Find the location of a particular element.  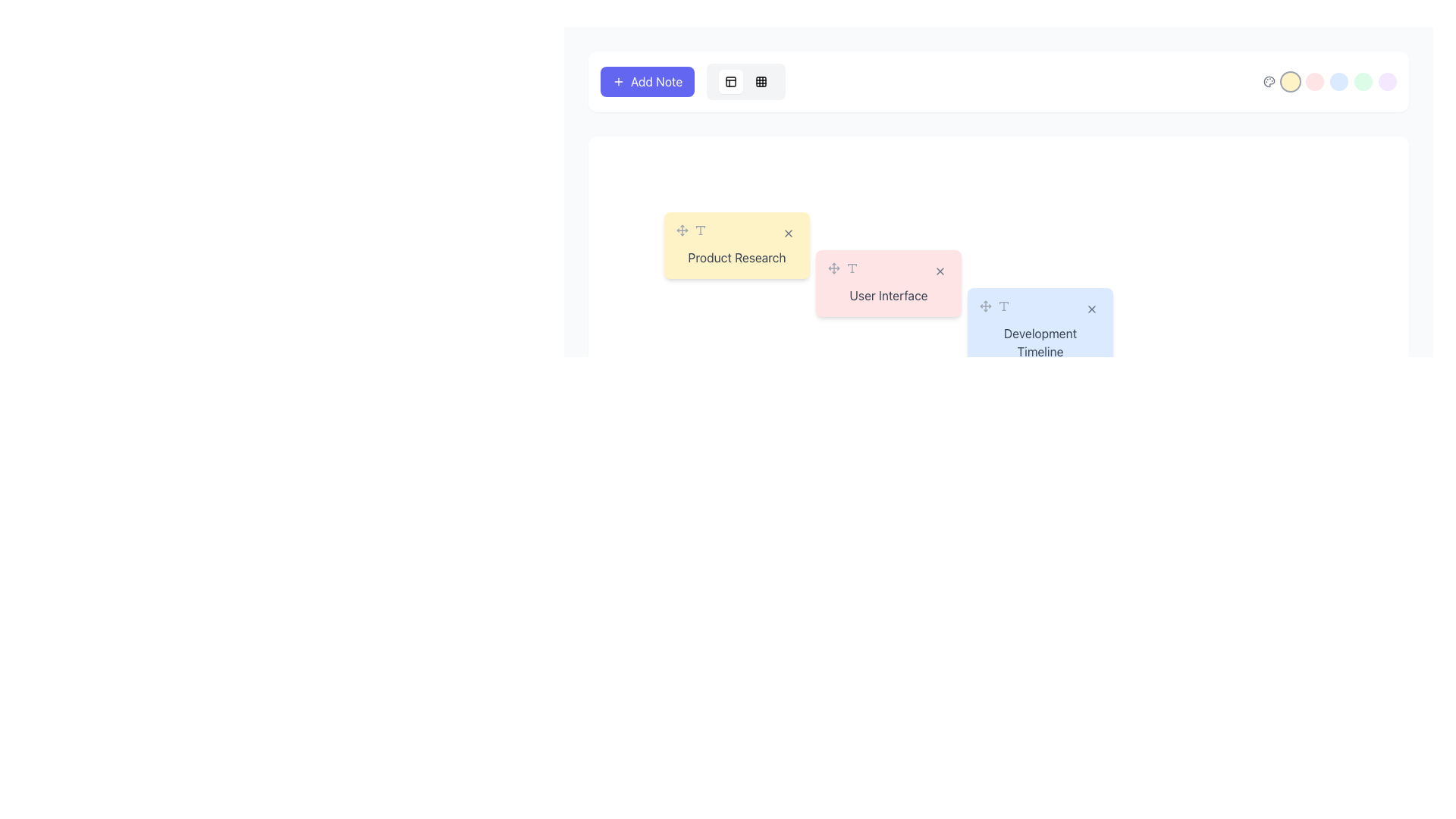

the Icon group consisting of a four-direction arrow and a 'T' icon, located within the pink card labeled 'User Interface' is located at coordinates (843, 268).